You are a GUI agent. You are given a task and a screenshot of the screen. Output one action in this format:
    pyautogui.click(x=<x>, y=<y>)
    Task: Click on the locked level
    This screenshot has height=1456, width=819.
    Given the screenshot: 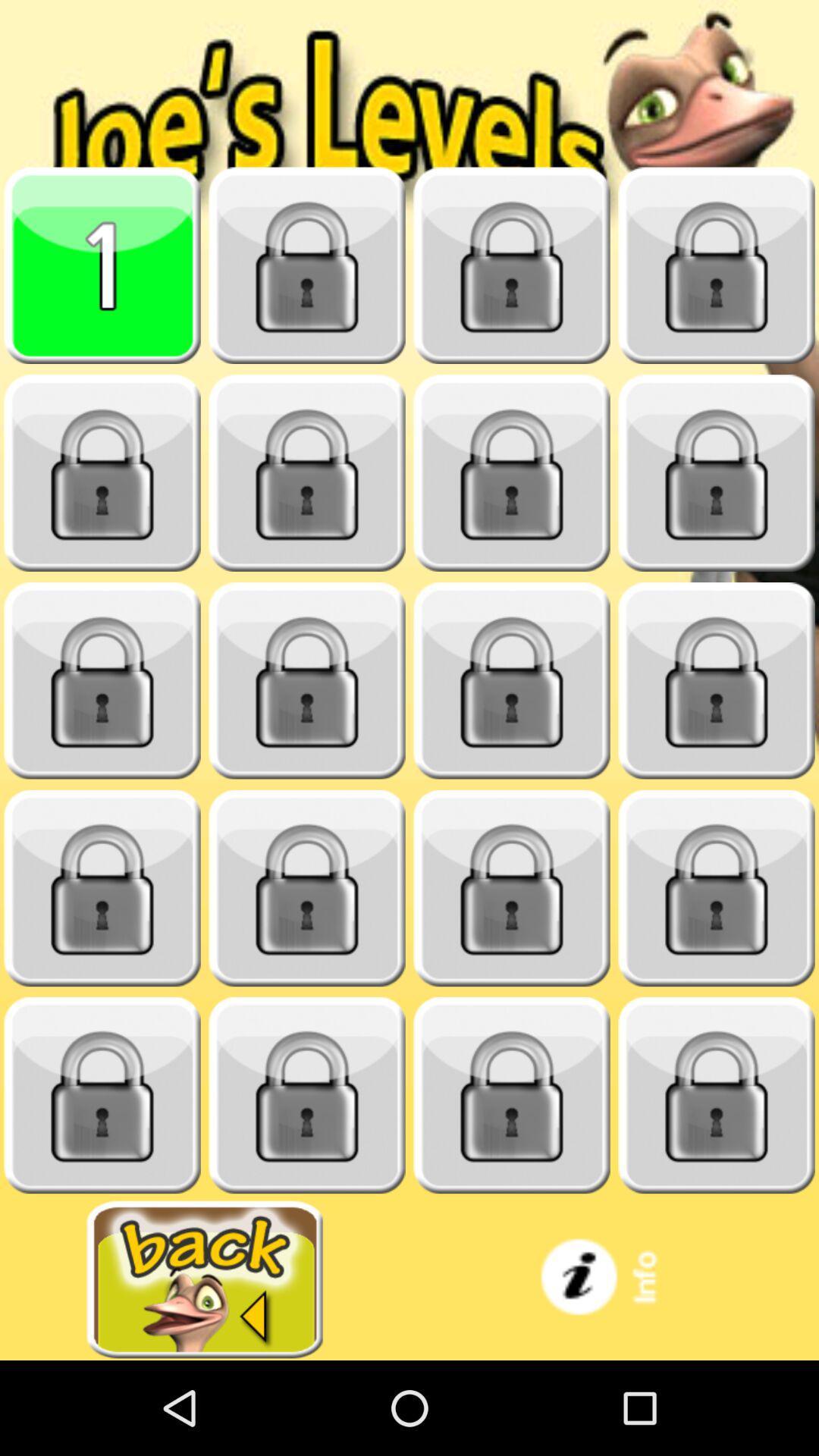 What is the action you would take?
    pyautogui.click(x=717, y=472)
    